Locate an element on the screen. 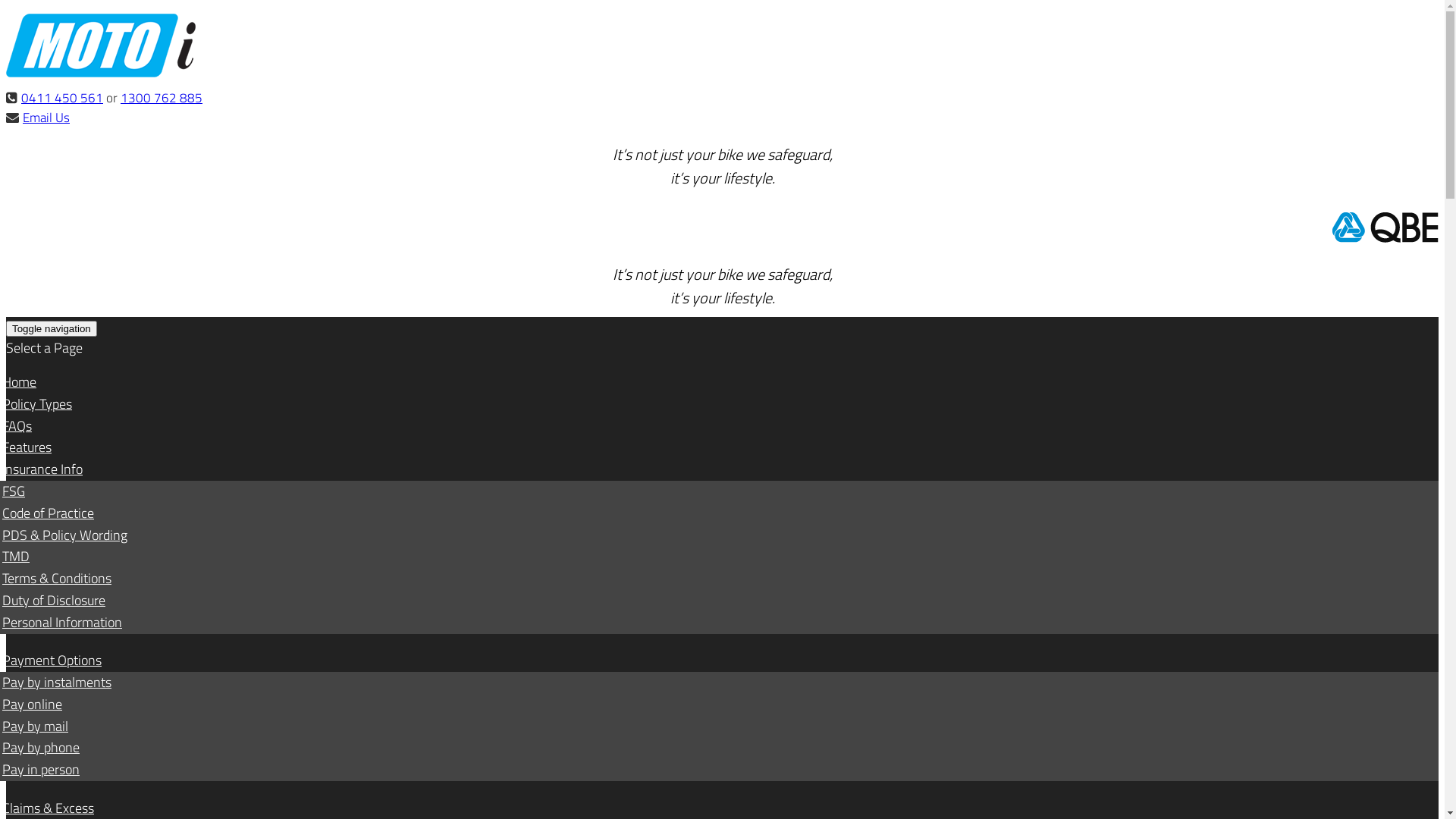 The image size is (1456, 819). '1300 762 885' is located at coordinates (119, 97).